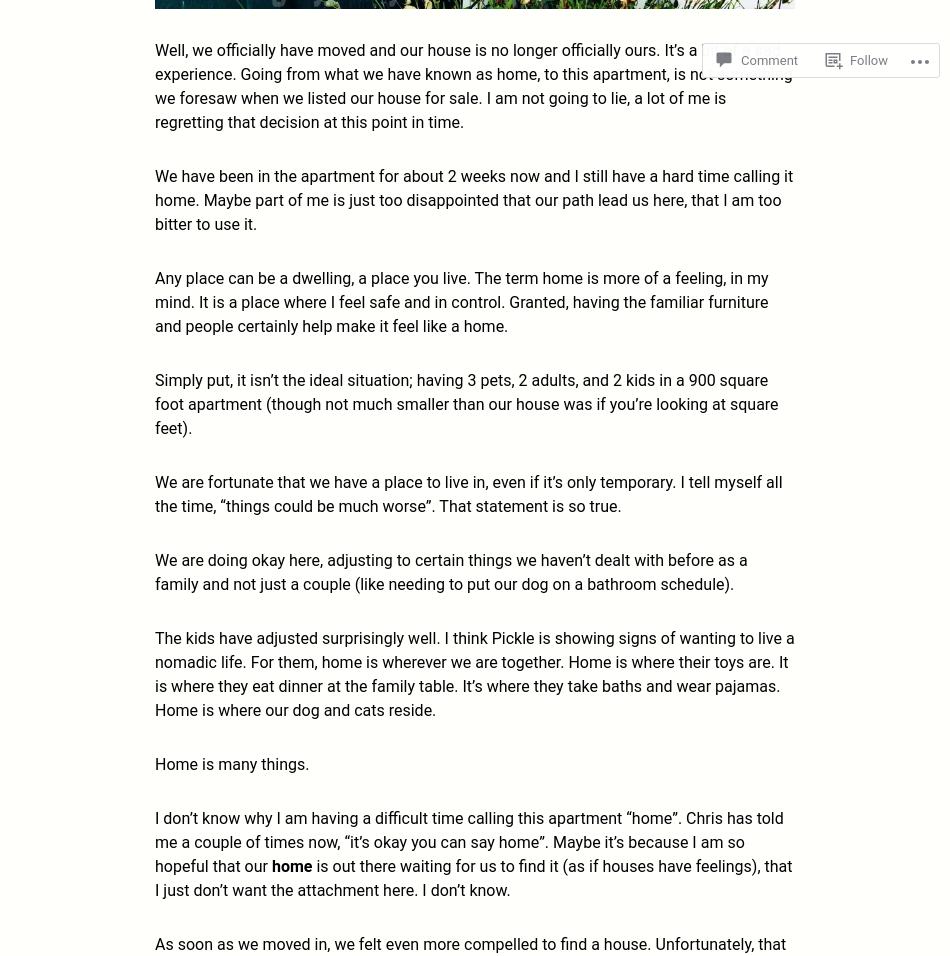  Describe the element at coordinates (472, 199) in the screenshot. I see `'We have been in the apartment for about 2 weeks now and I still have a hard time calling it home. Maybe part of me is just too disappointed that our path lead us here, that I am too bitter to use it.'` at that location.